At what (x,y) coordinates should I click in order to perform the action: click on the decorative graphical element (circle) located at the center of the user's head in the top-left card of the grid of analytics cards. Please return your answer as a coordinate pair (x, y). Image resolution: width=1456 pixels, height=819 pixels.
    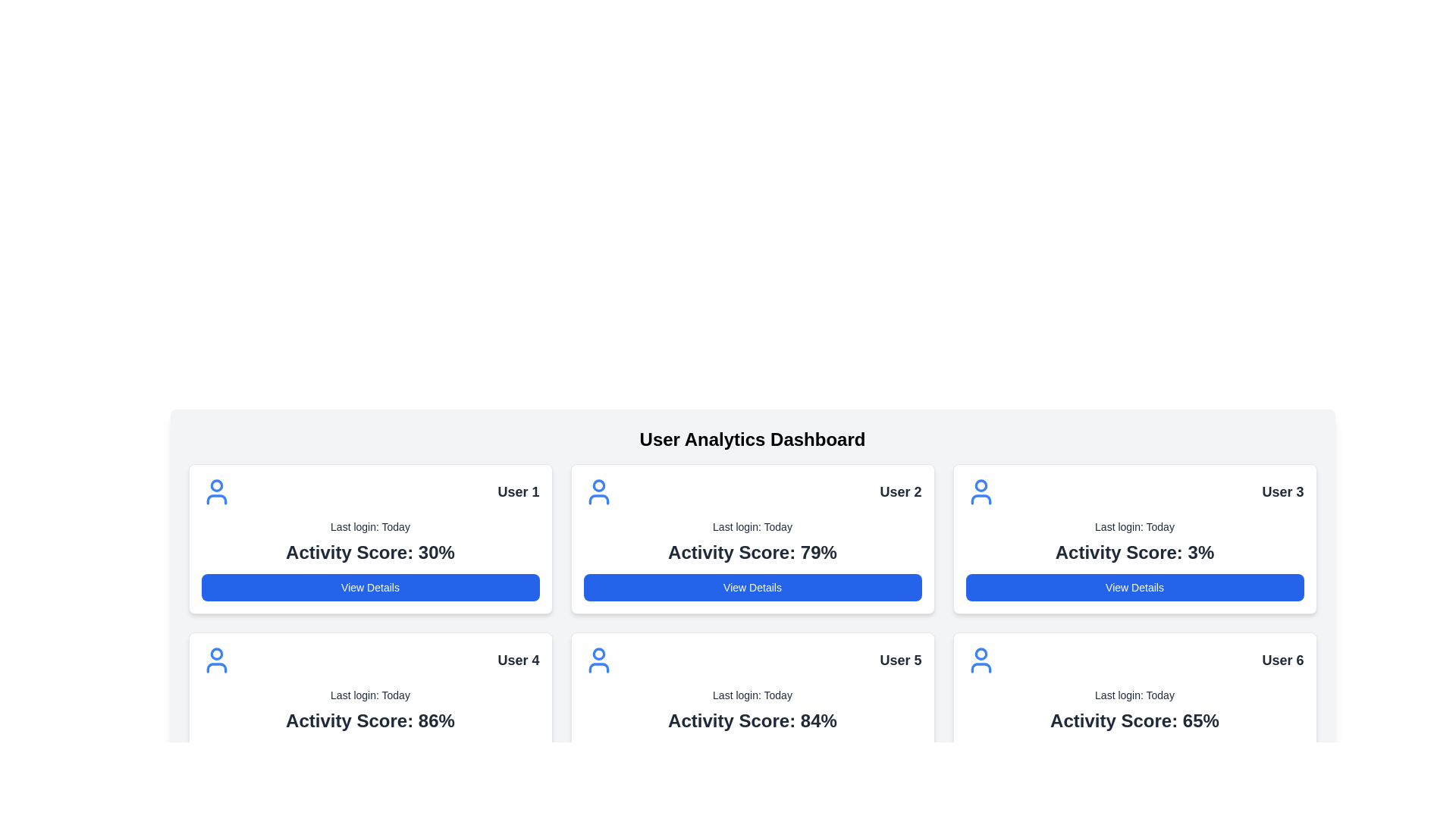
    Looking at the image, I should click on (215, 485).